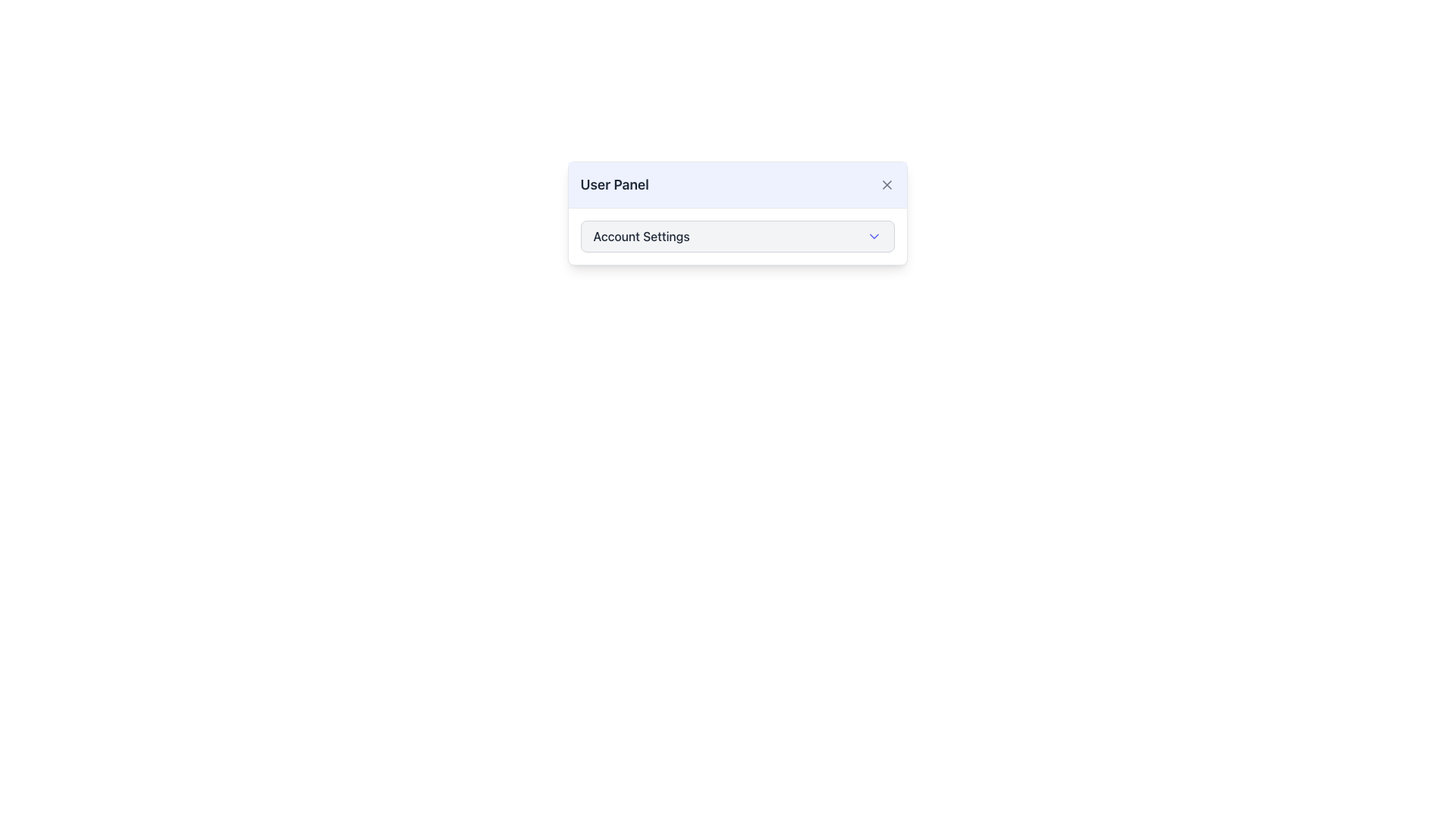 Image resolution: width=1456 pixels, height=819 pixels. Describe the element at coordinates (737, 237) in the screenshot. I see `the collapsible dropdown button located` at that location.